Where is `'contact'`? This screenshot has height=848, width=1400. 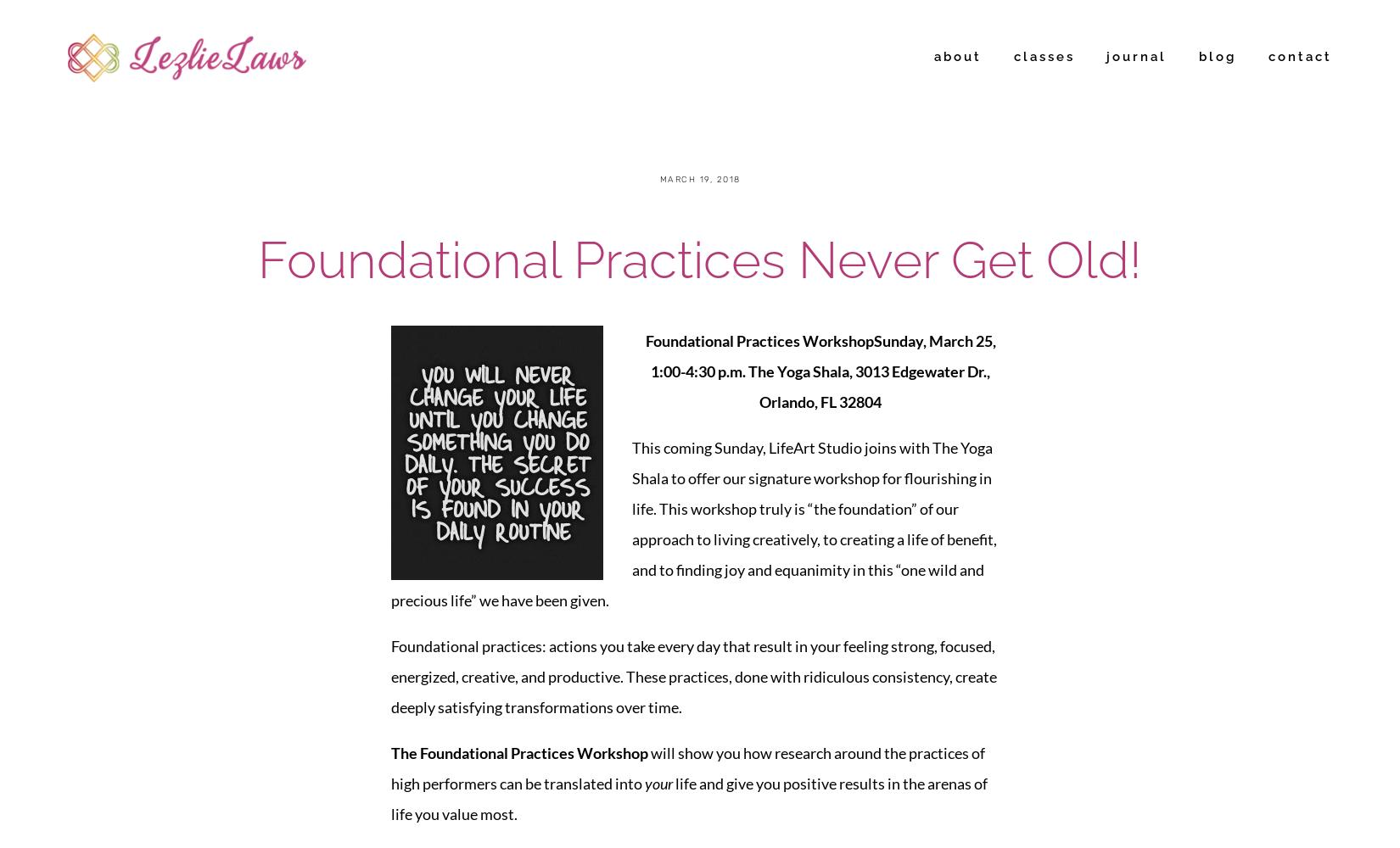
'contact' is located at coordinates (1268, 56).